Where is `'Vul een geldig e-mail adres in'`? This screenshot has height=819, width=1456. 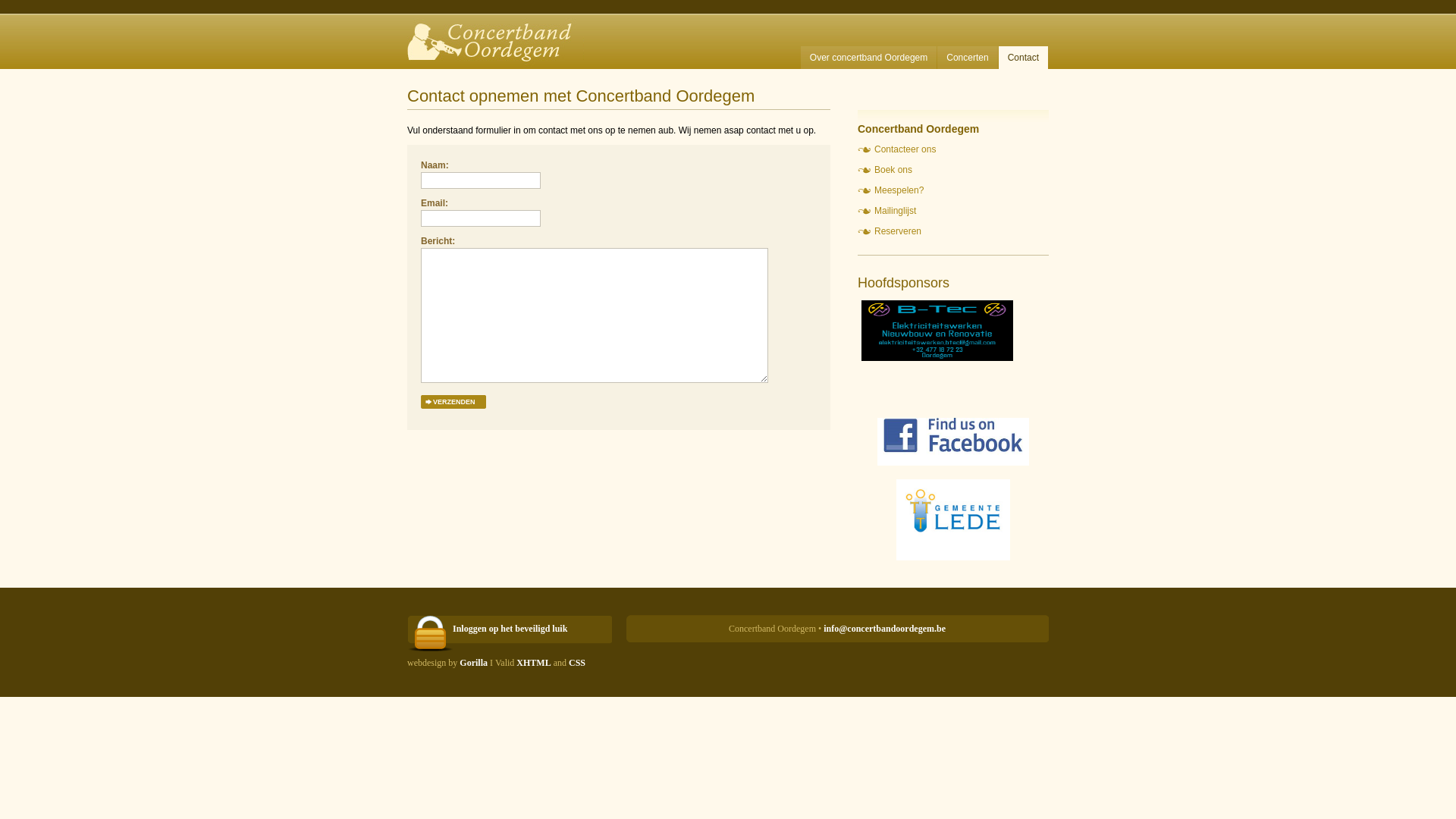 'Vul een geldig e-mail adres in' is located at coordinates (479, 218).